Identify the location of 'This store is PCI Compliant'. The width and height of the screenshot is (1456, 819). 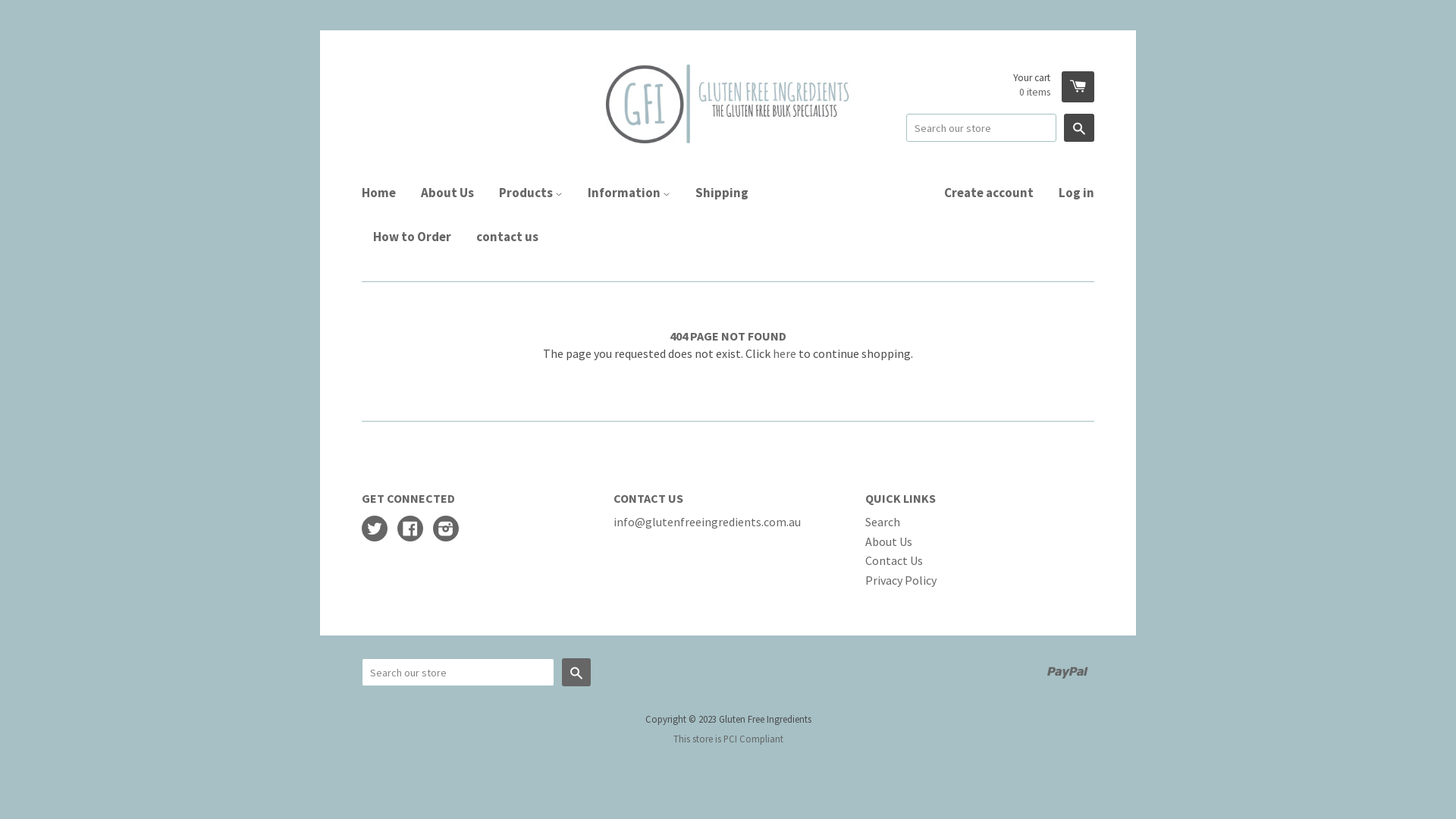
(728, 738).